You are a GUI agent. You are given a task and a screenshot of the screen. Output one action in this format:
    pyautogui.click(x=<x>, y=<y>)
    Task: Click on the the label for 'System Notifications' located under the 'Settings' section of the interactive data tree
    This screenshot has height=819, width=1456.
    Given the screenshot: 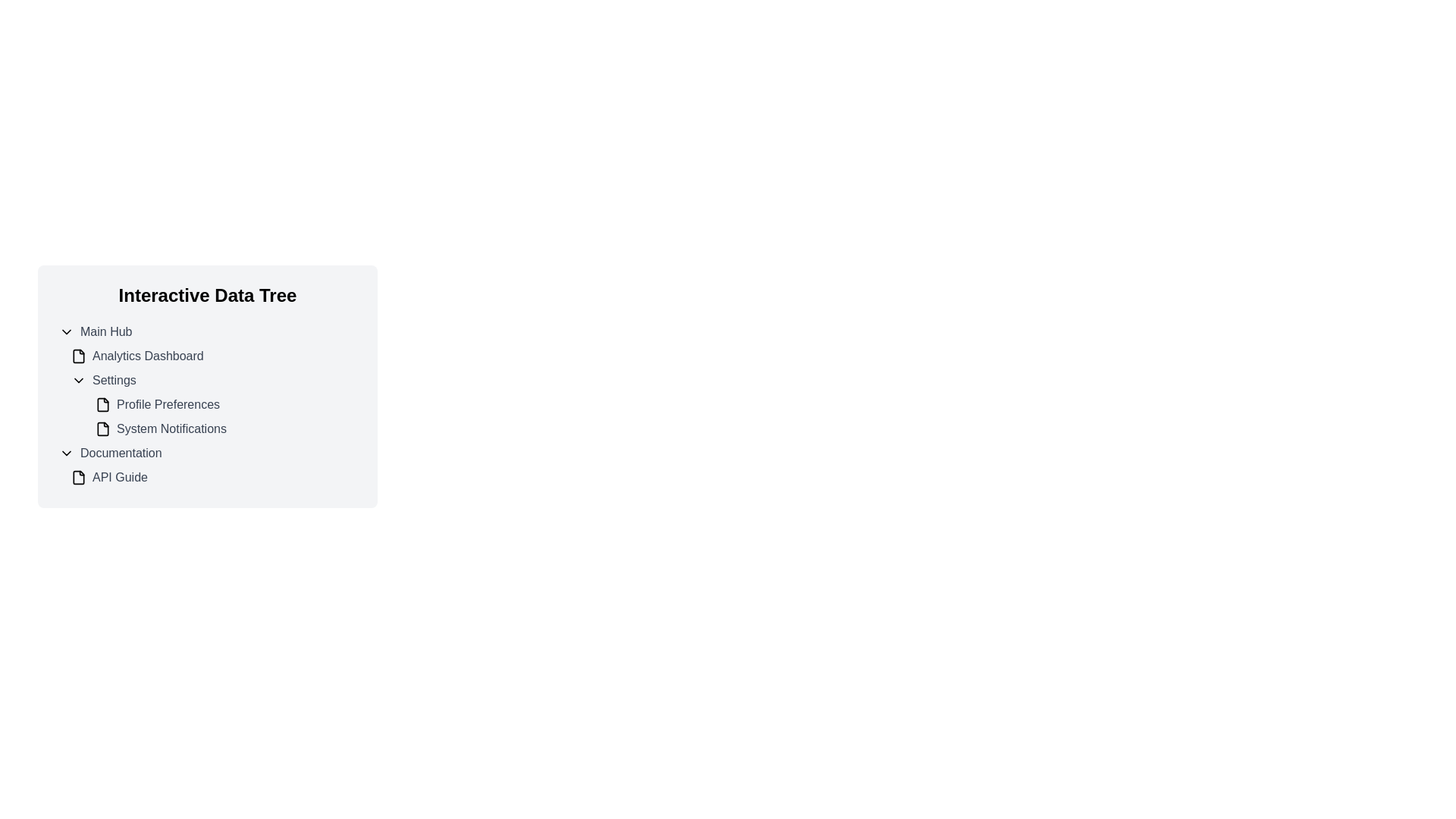 What is the action you would take?
    pyautogui.click(x=171, y=429)
    